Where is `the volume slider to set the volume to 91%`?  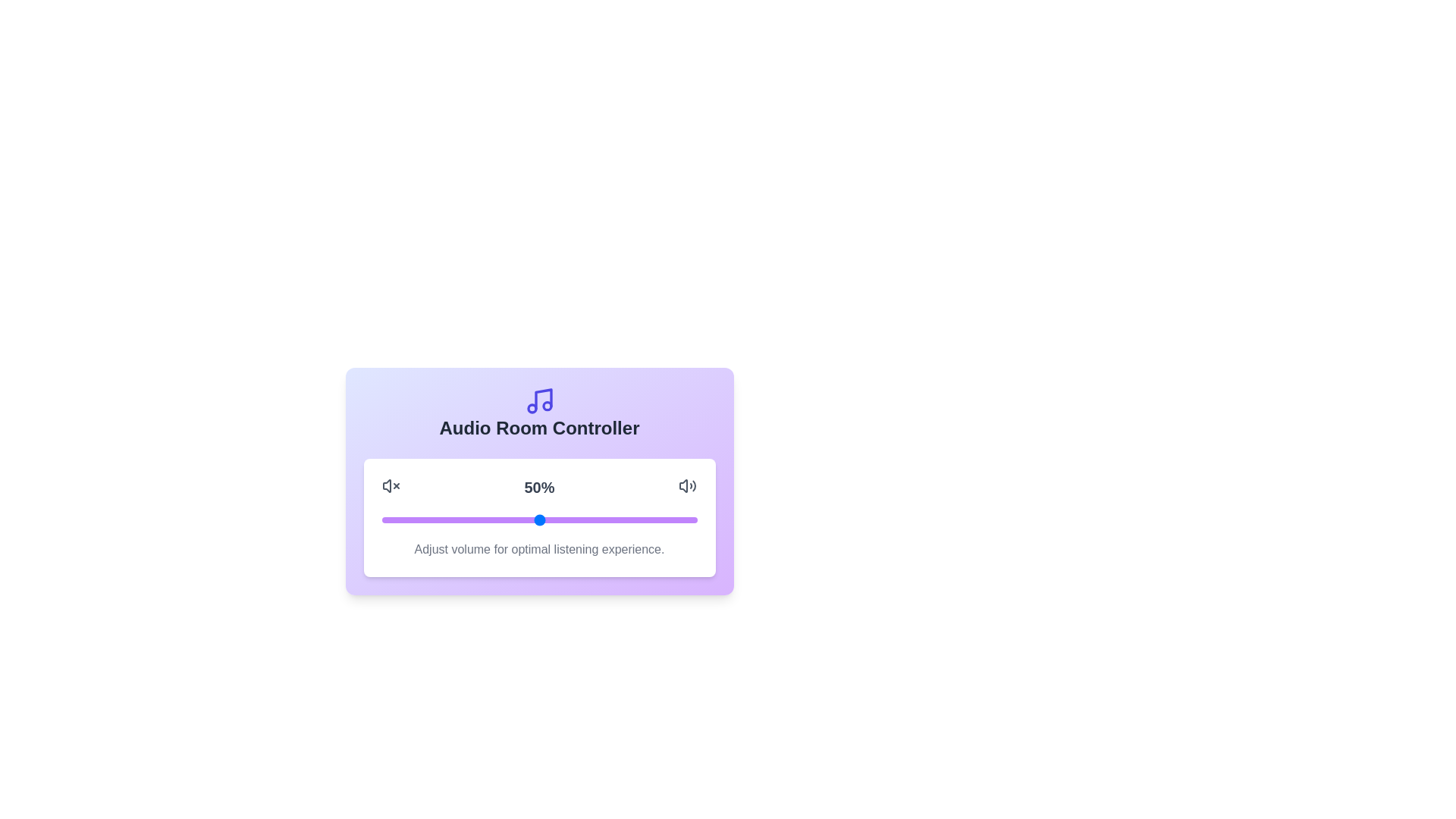
the volume slider to set the volume to 91% is located at coordinates (668, 519).